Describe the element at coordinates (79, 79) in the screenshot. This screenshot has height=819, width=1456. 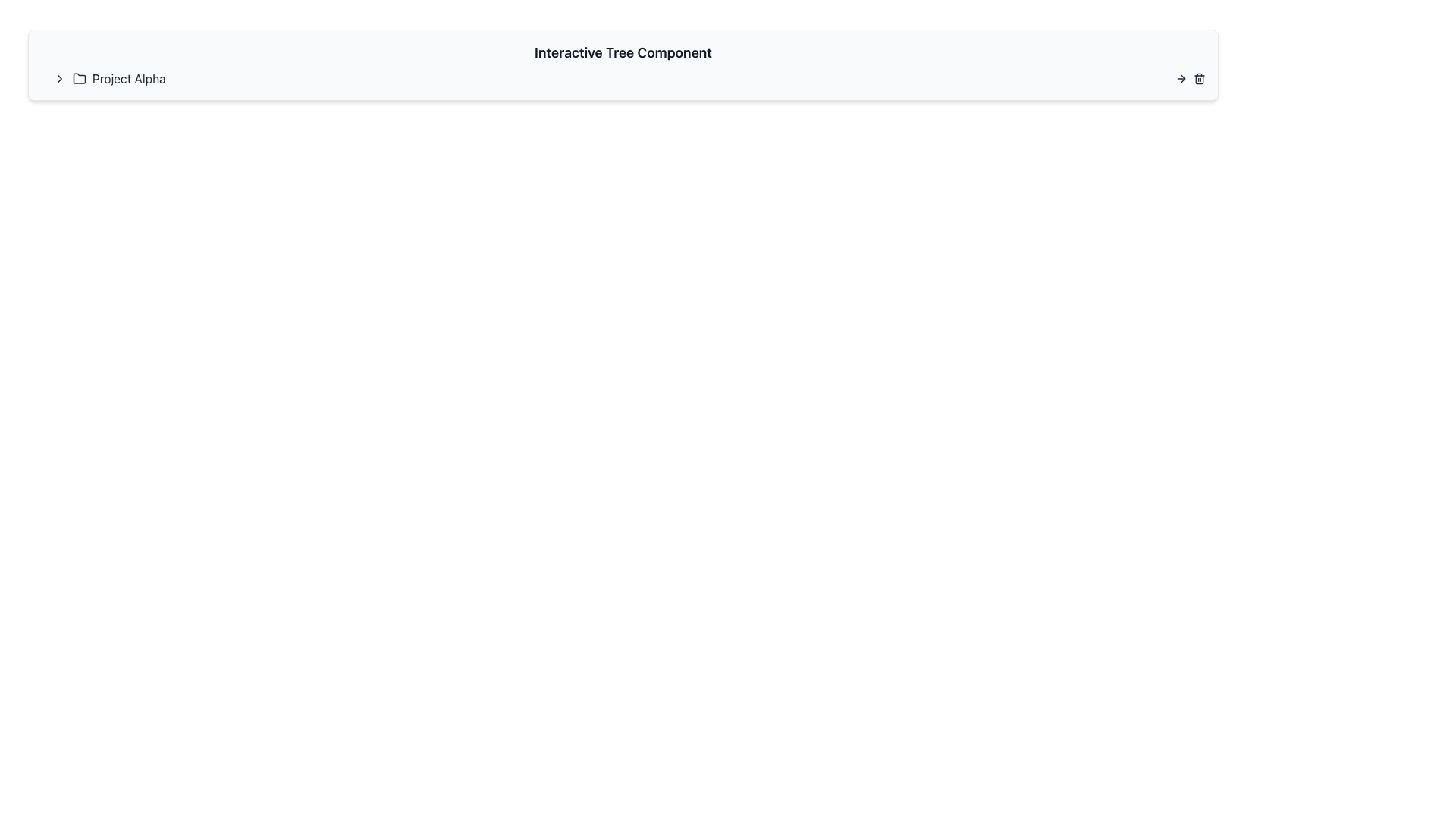
I see `the Icon associated with 'Project Alpha' located in the horizontal toolbar, which is the second graphical element after a chevron icon pointing to the right` at that location.